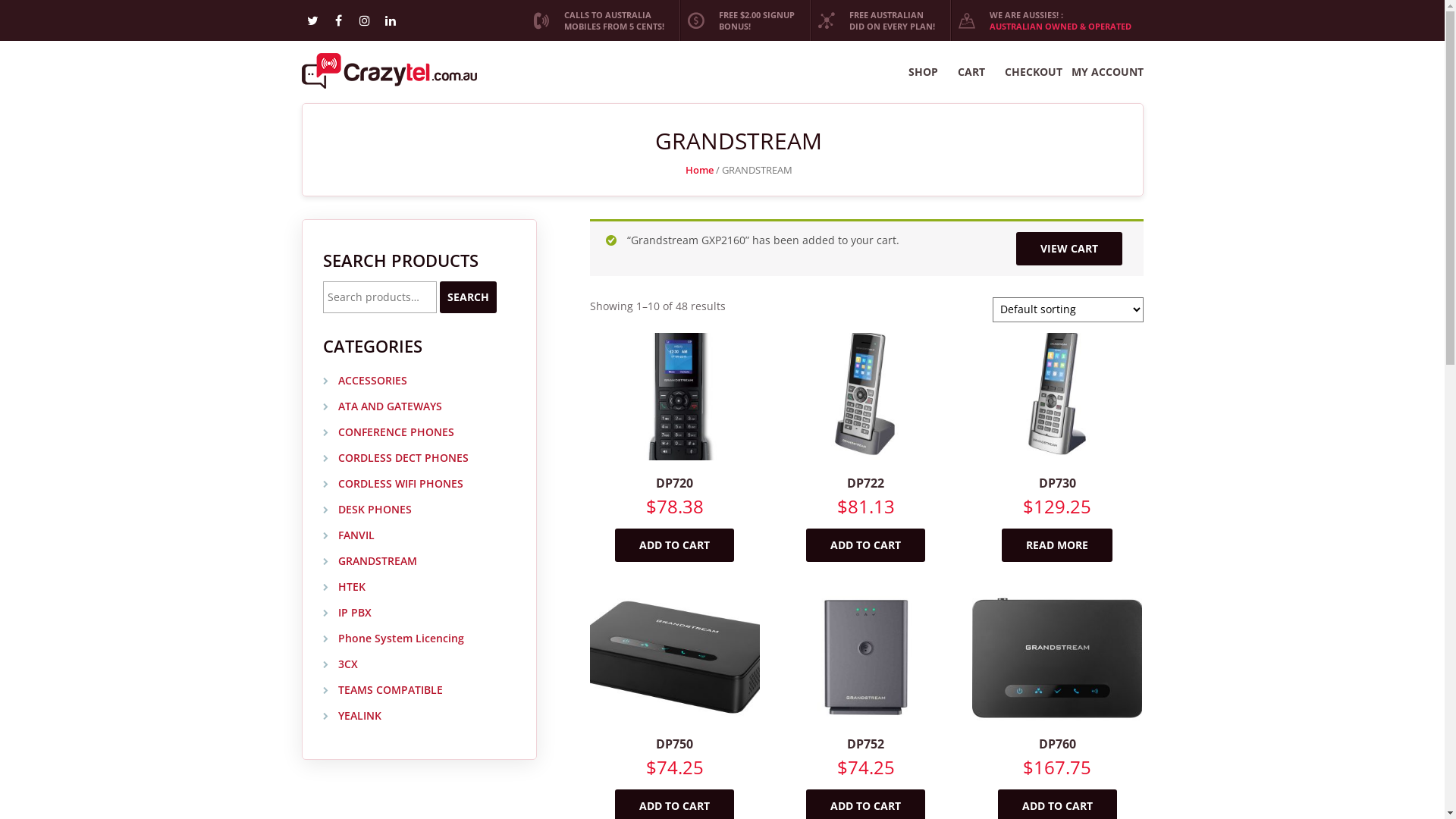 The image size is (1456, 819). Describe the element at coordinates (922, 72) in the screenshot. I see `'SHOP'` at that location.